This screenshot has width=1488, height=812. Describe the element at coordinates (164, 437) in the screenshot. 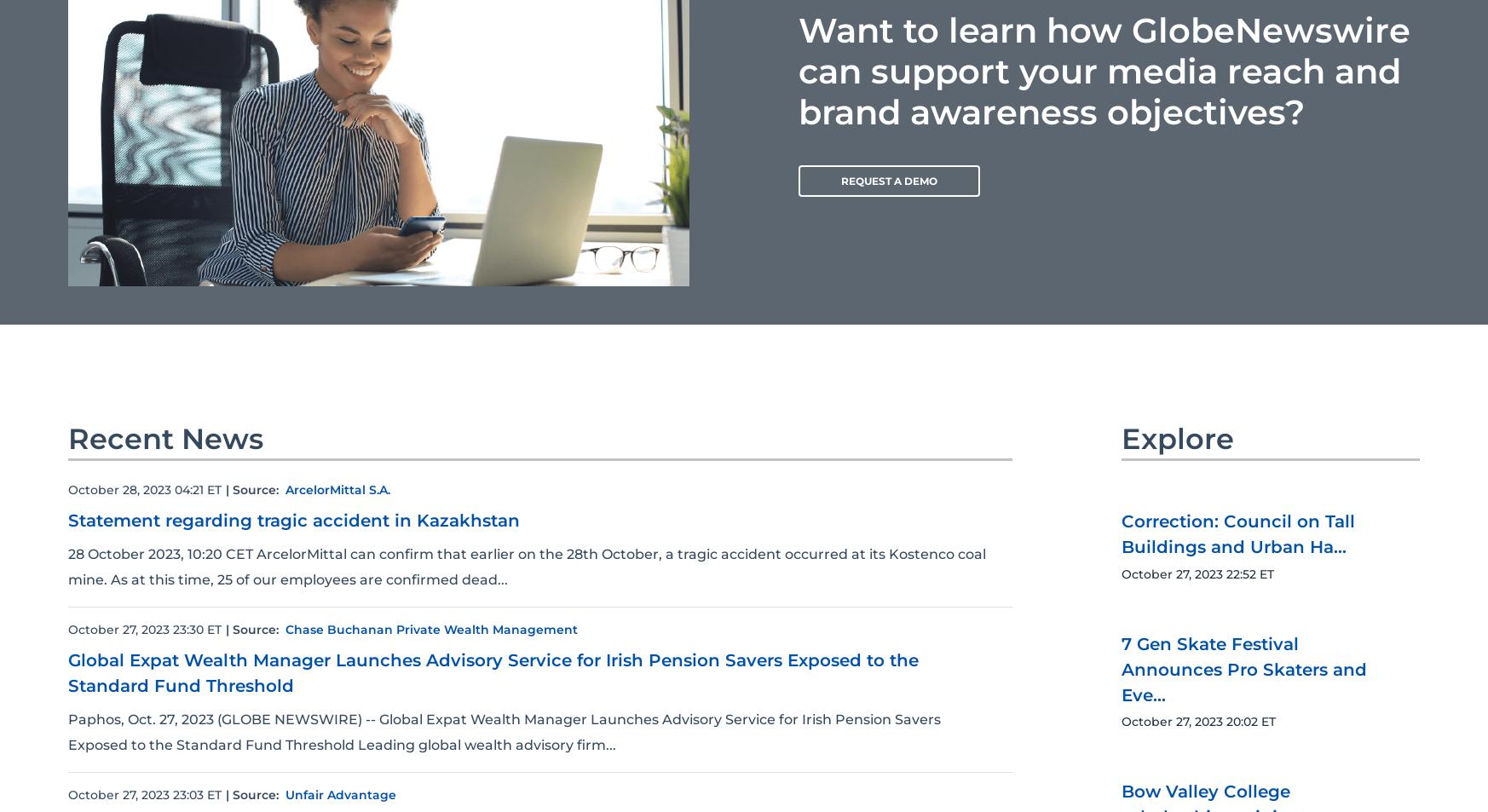

I see `'Recent News'` at that location.